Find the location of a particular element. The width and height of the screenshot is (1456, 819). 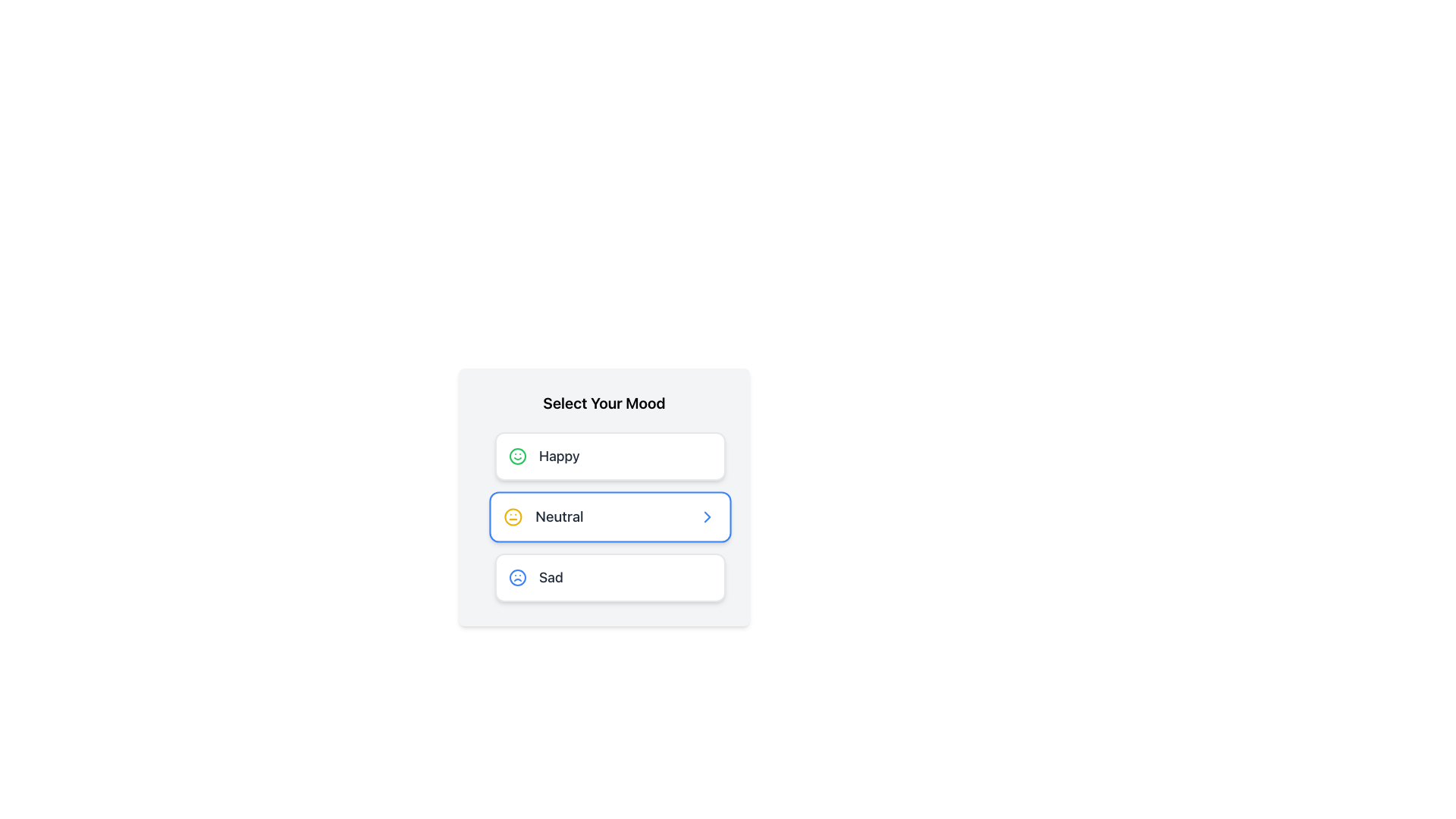

the 'Neutral' mood selection button, which is the second item in a vertical group of three mood options is located at coordinates (603, 516).